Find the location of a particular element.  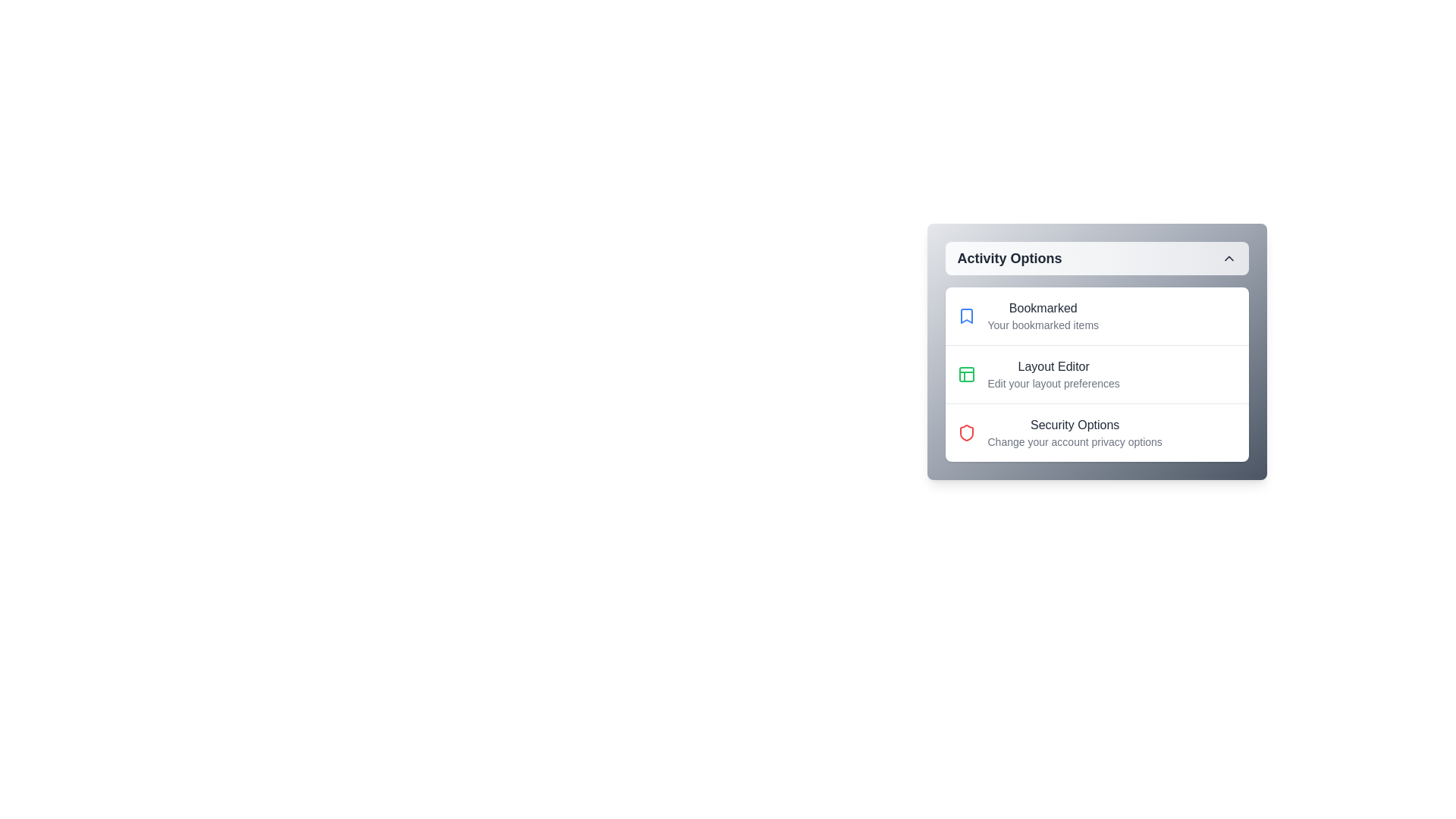

the contextual information text related to security settings located beneath the 'Security Options' title in the 'Activity Options' section is located at coordinates (1074, 441).